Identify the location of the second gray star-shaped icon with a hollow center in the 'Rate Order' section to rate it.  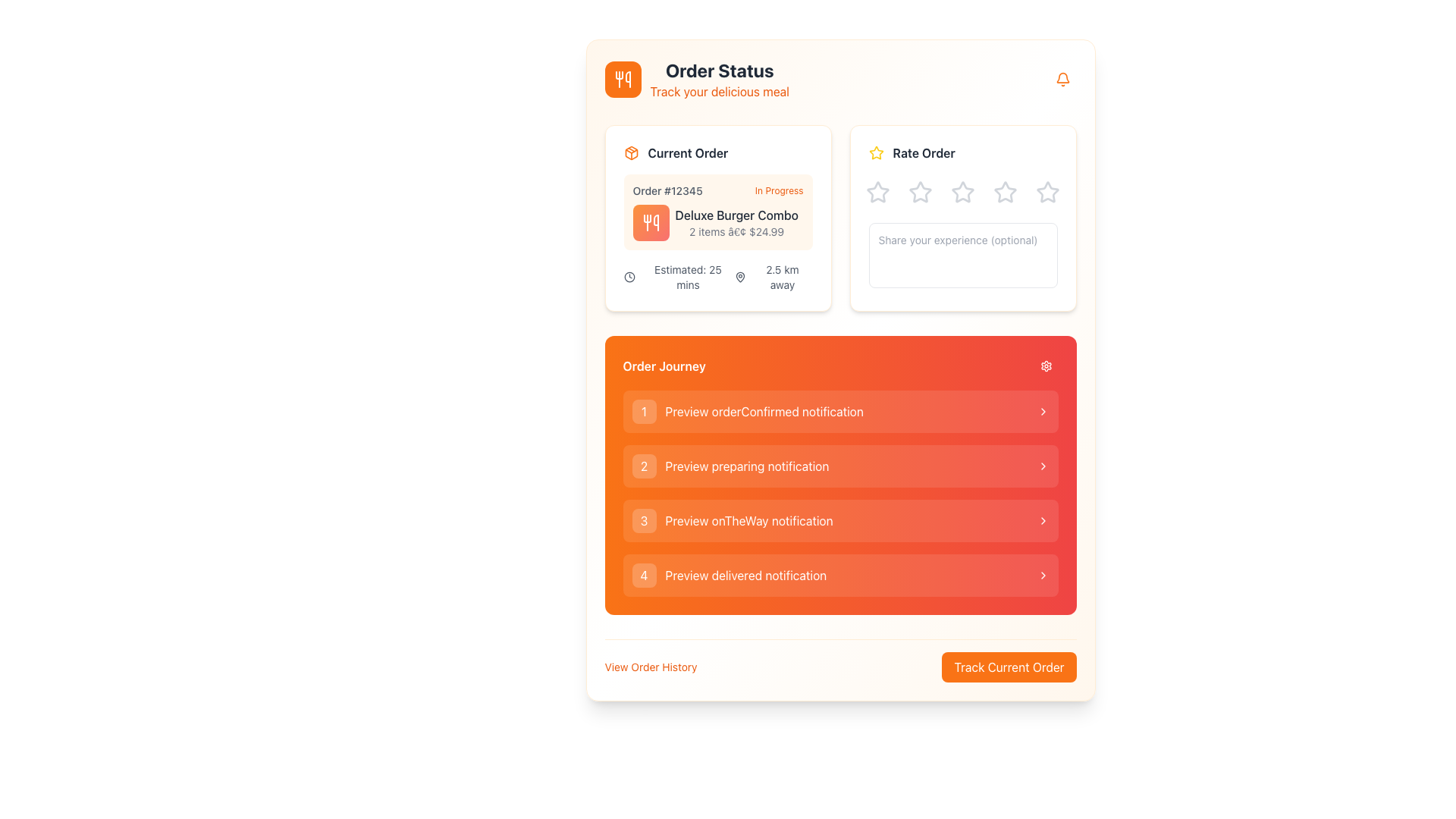
(920, 192).